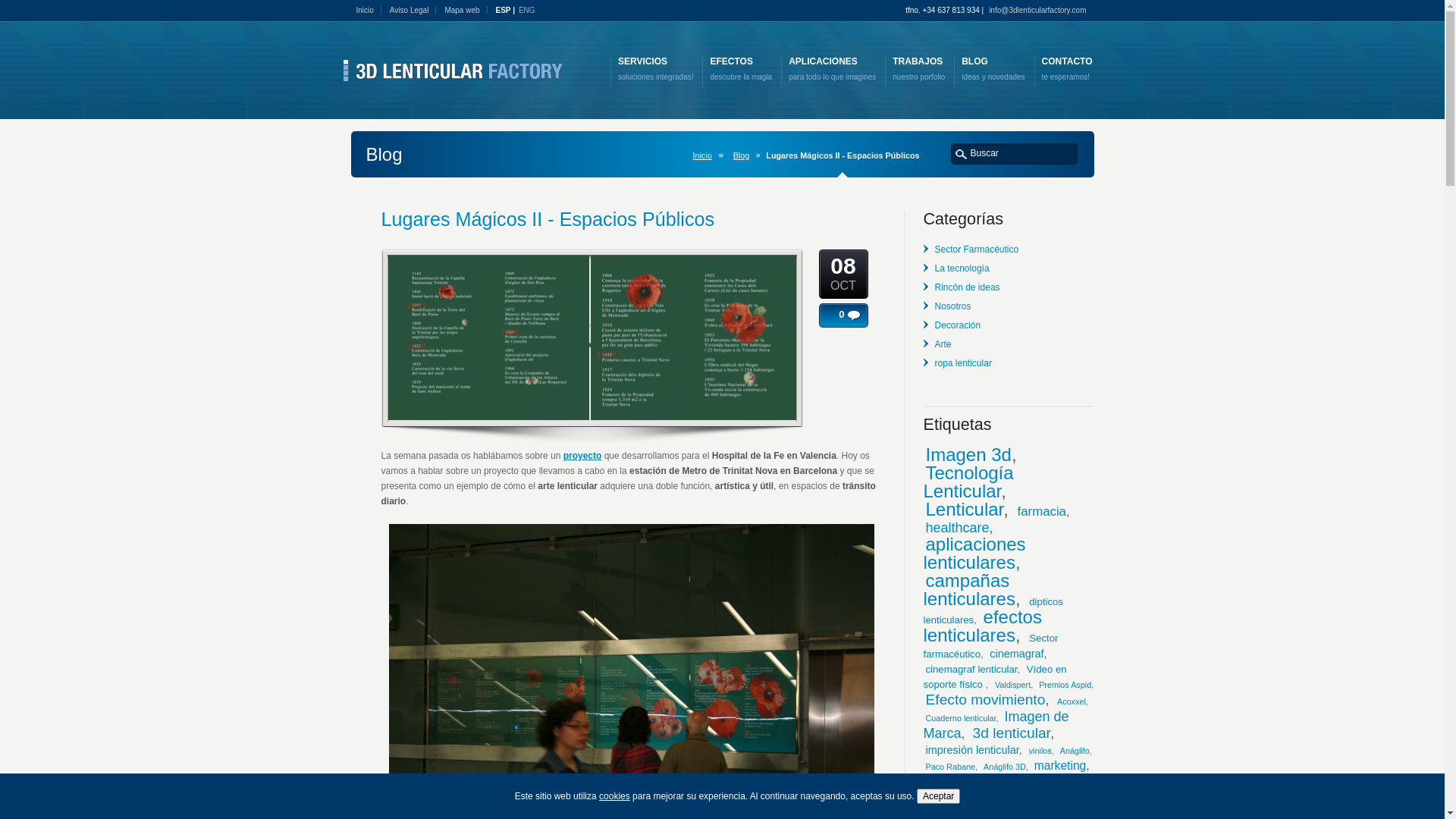 The image size is (1456, 819). I want to click on 'Imagen de Marca', so click(996, 724).